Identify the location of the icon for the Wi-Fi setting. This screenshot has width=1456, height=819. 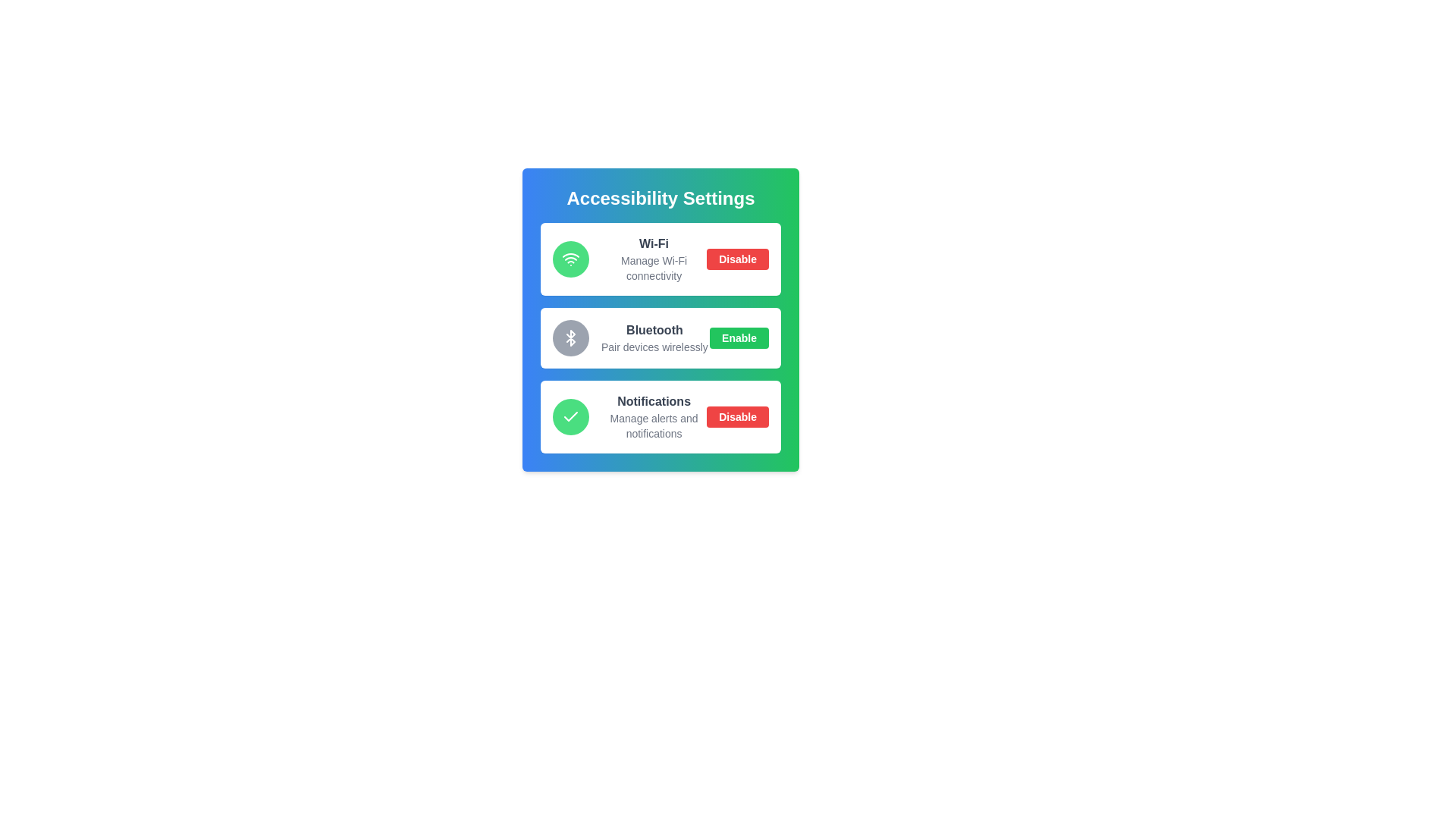
(570, 259).